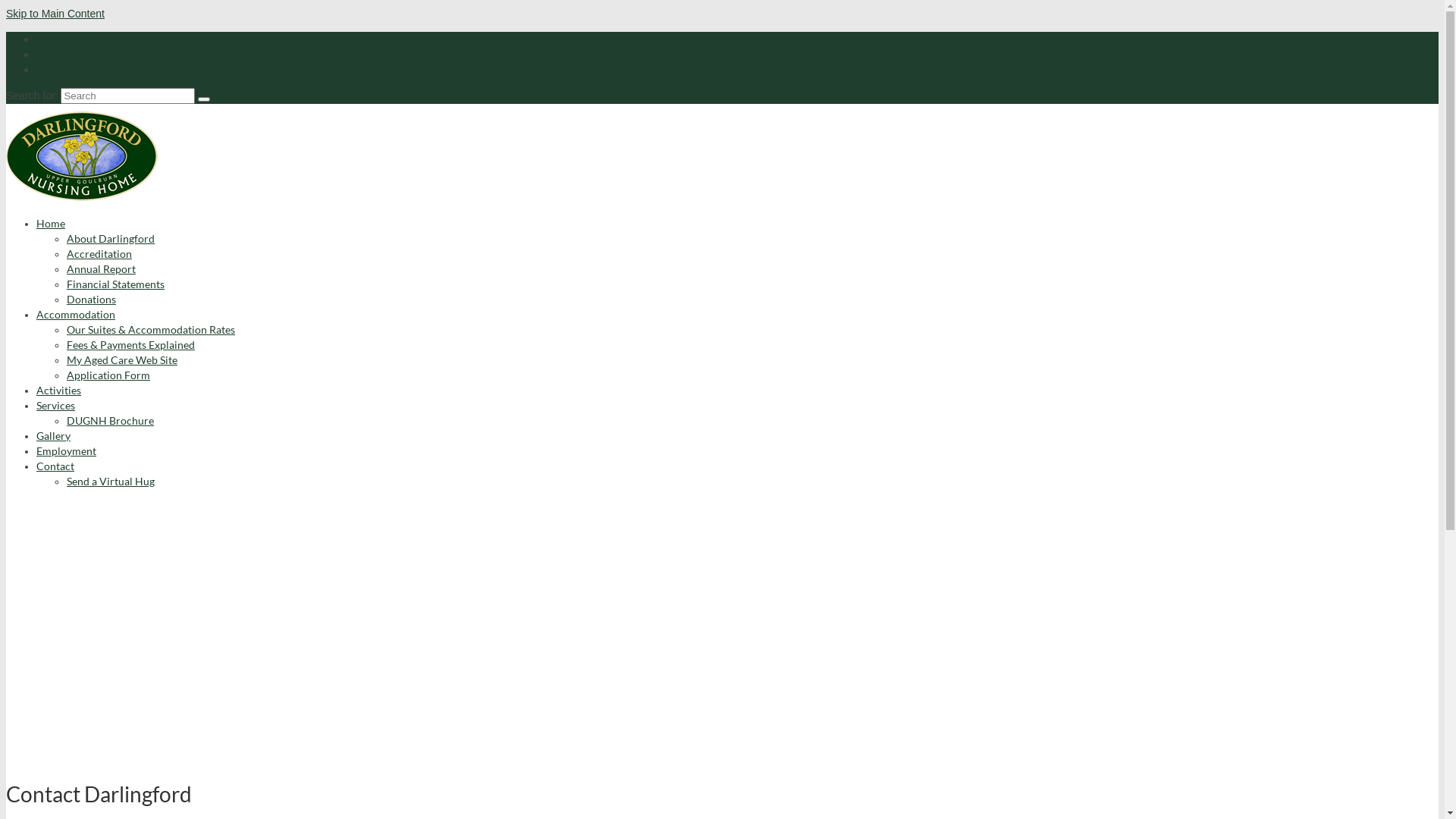 Image resolution: width=1456 pixels, height=819 pixels. Describe the element at coordinates (109, 420) in the screenshot. I see `'DUGNH Brochure'` at that location.